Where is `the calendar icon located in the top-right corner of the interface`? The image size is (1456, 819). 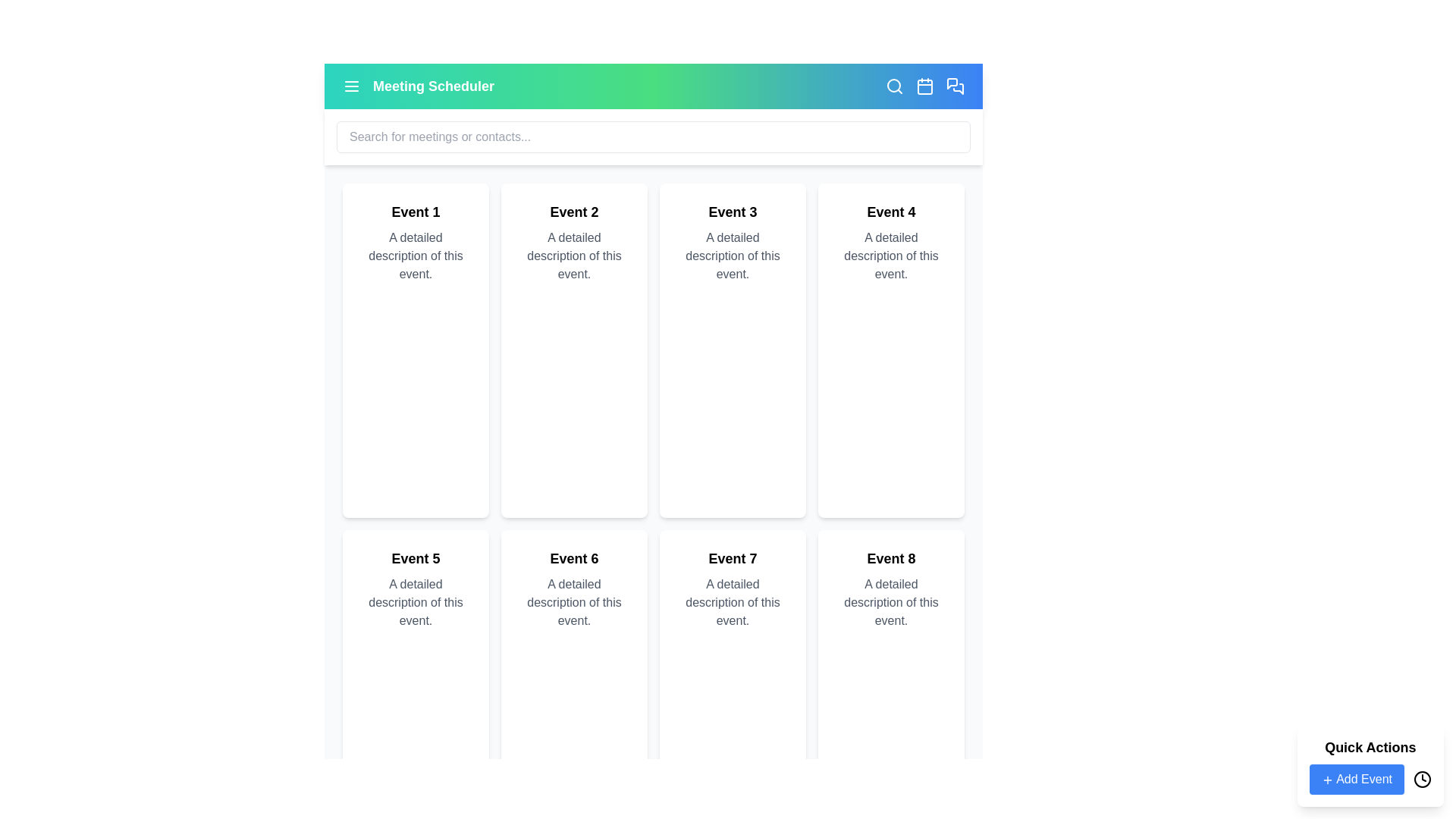 the calendar icon located in the top-right corner of the interface is located at coordinates (924, 86).